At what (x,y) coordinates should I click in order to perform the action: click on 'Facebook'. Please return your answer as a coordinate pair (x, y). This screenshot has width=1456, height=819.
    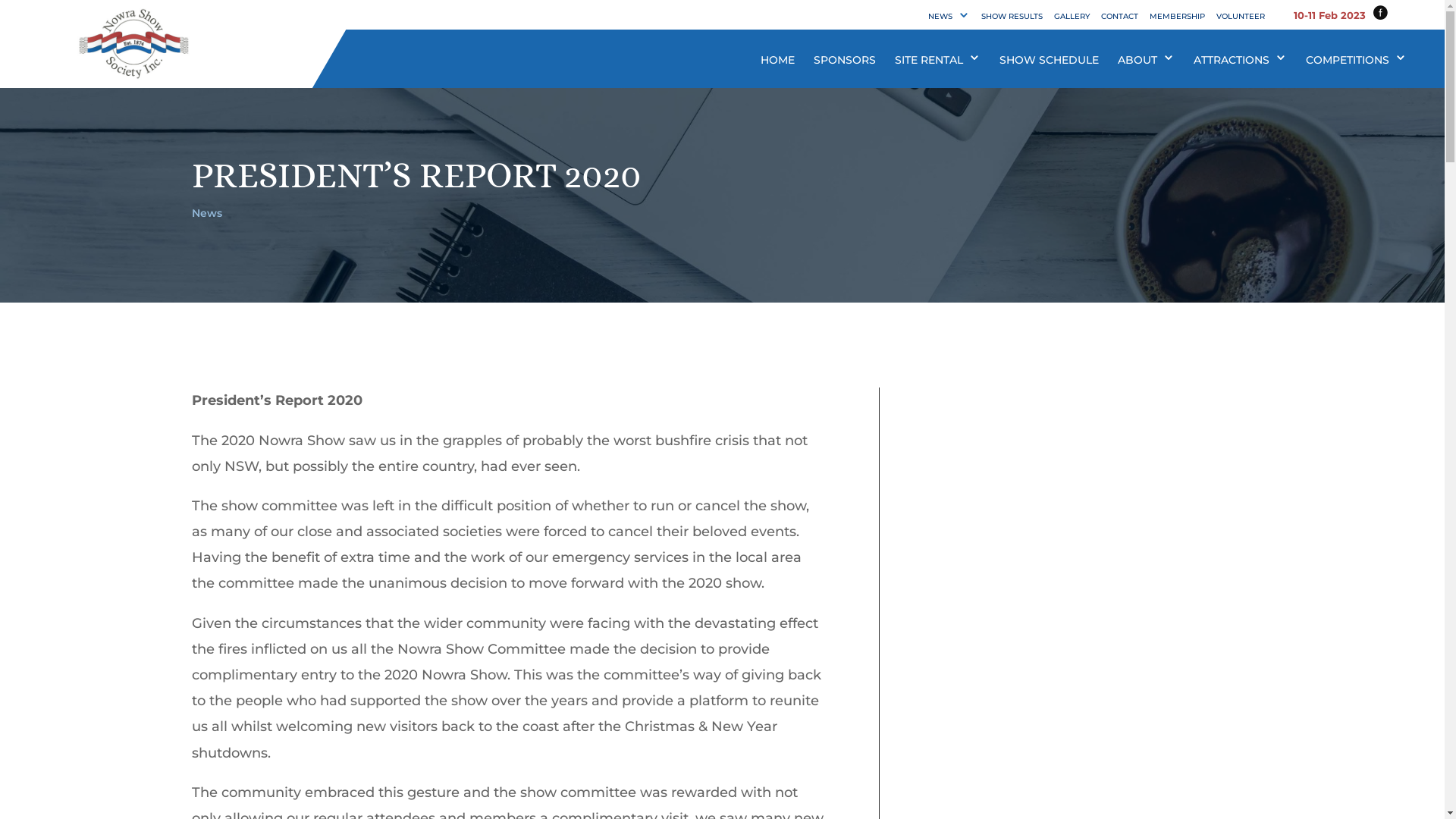
    Looking at the image, I should click on (1373, 14).